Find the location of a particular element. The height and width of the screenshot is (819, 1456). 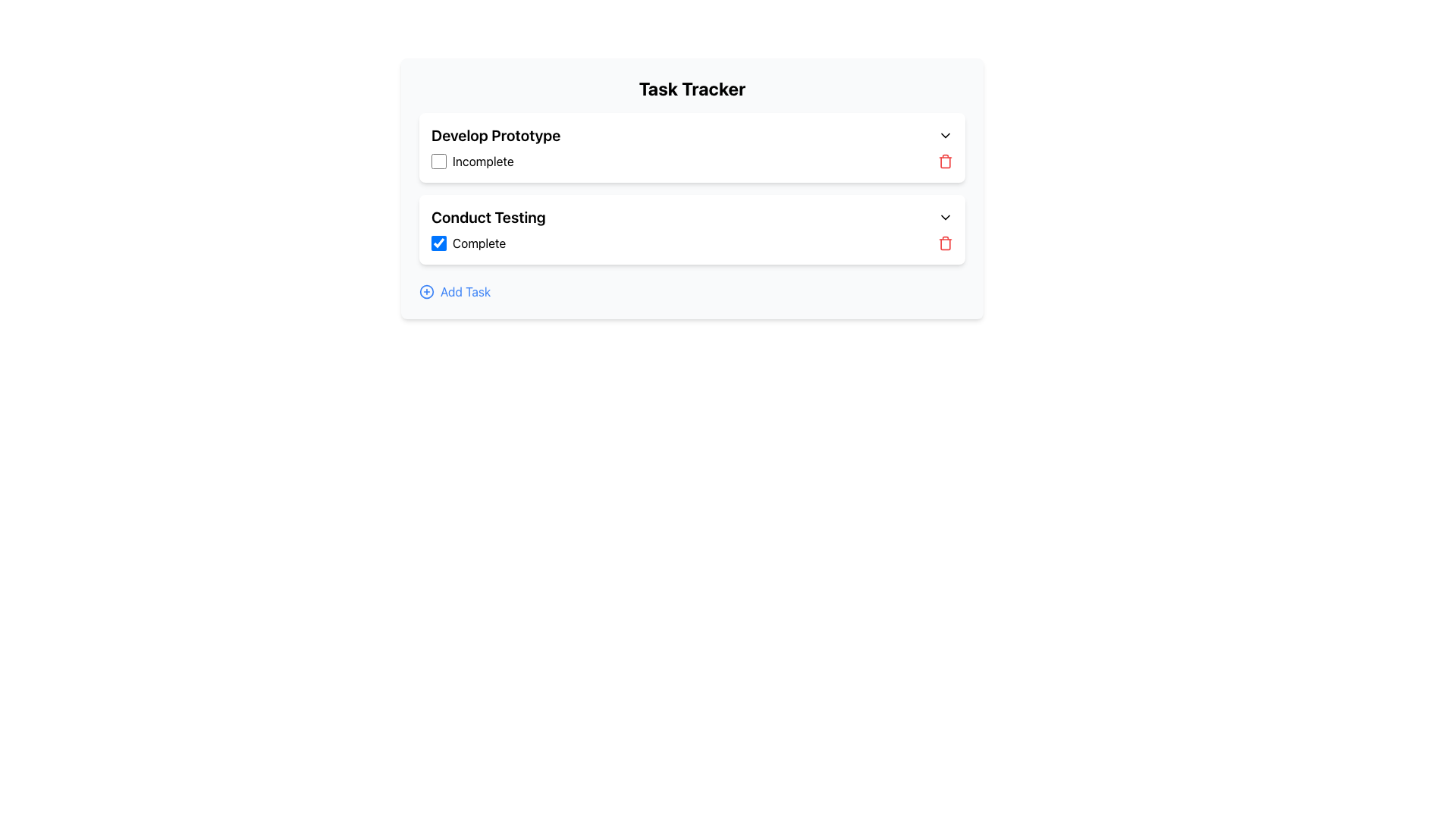

the checkbox beside the label 'Incomplete' in the 'Develop Prototype' task is located at coordinates (472, 161).